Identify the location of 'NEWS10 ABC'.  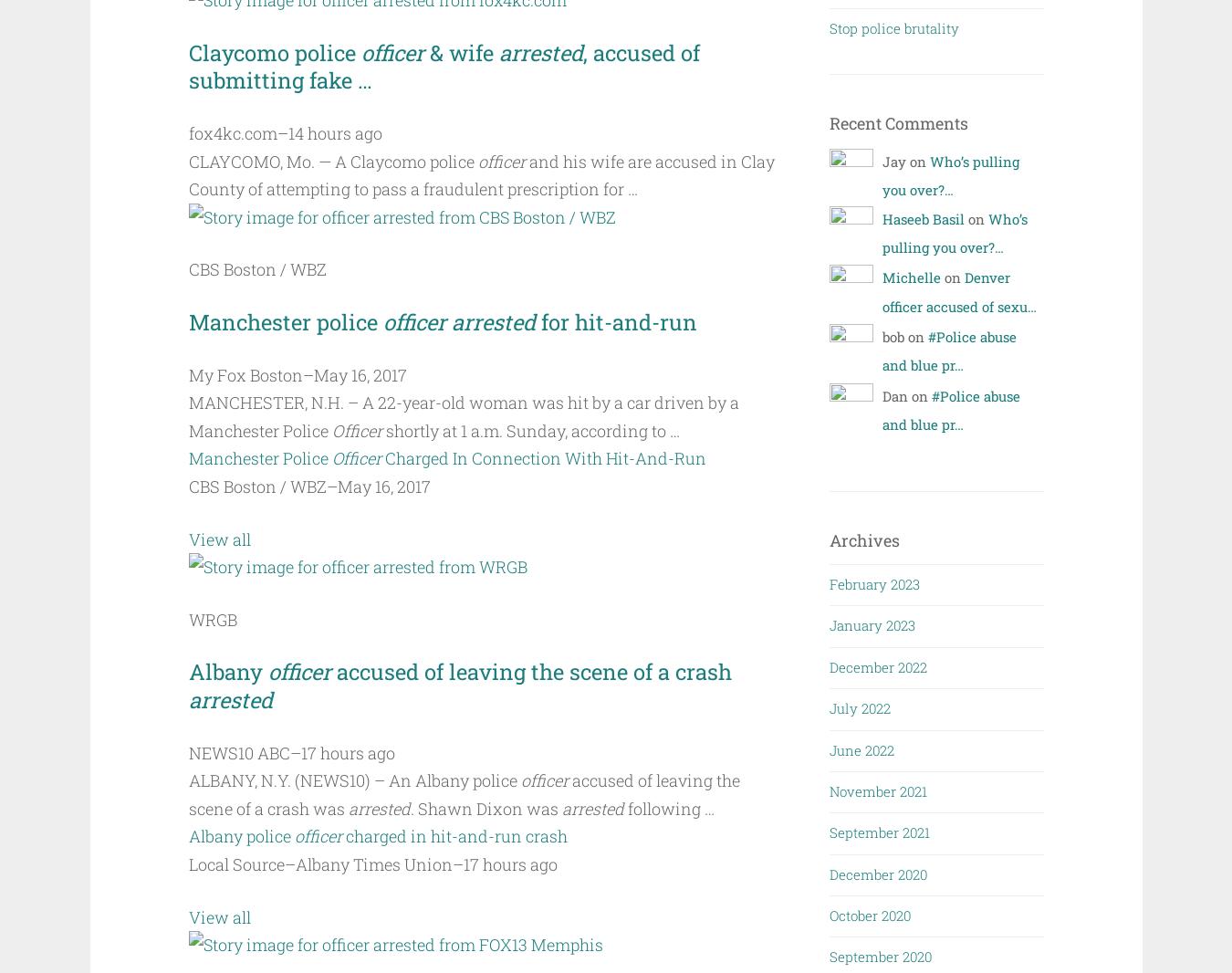
(237, 752).